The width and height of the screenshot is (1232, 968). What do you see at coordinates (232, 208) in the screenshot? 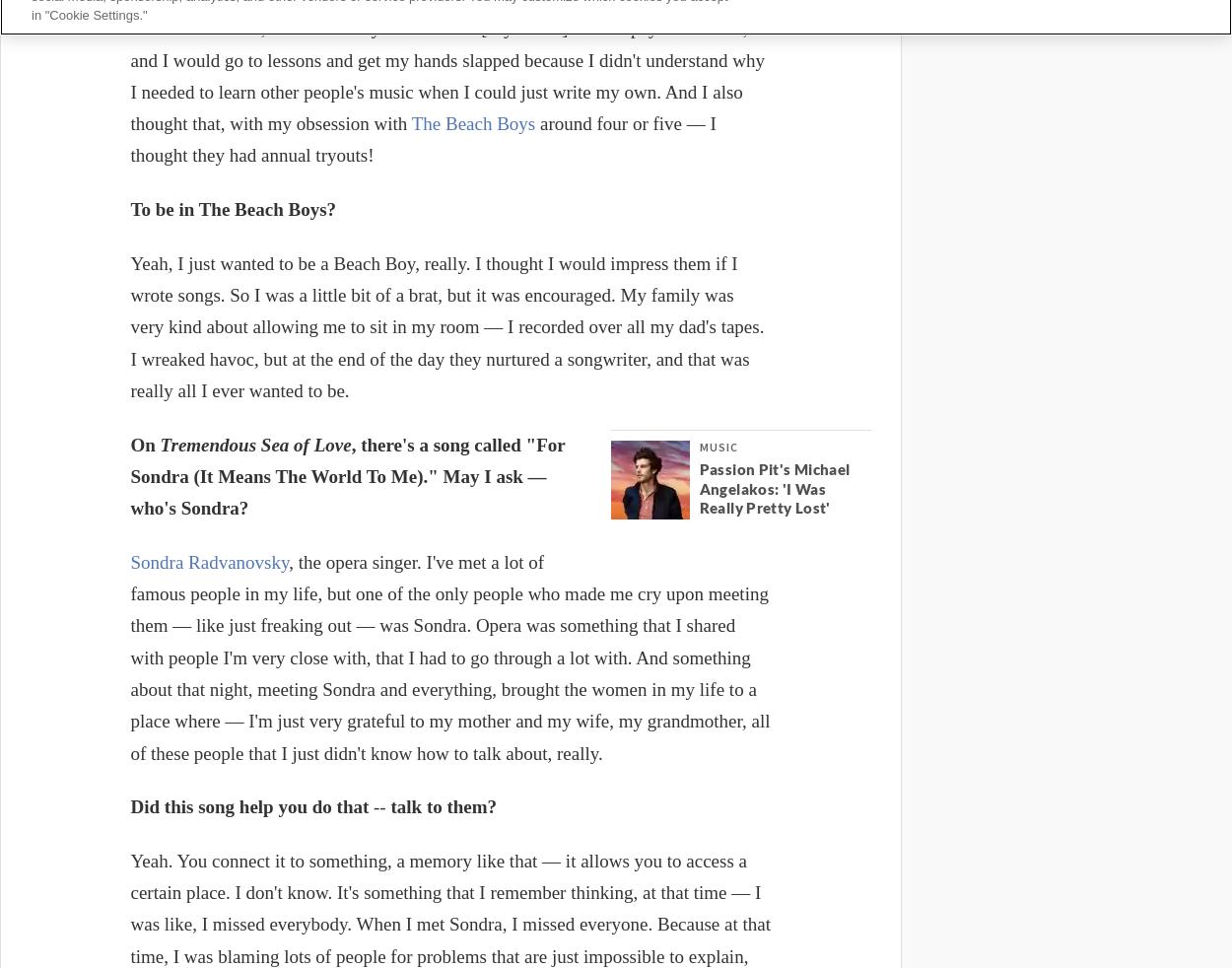
I see `'To be in The Beach Boys?'` at bounding box center [232, 208].